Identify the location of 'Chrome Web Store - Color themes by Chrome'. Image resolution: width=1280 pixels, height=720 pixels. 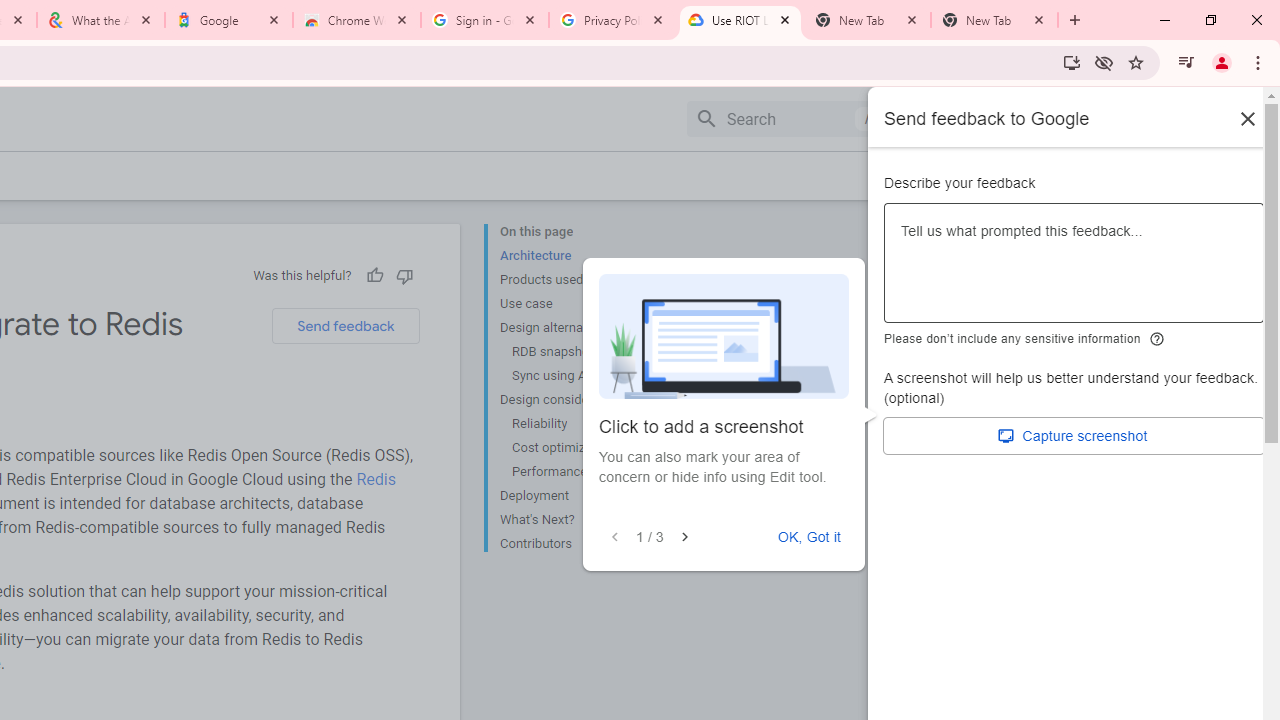
(357, 20).